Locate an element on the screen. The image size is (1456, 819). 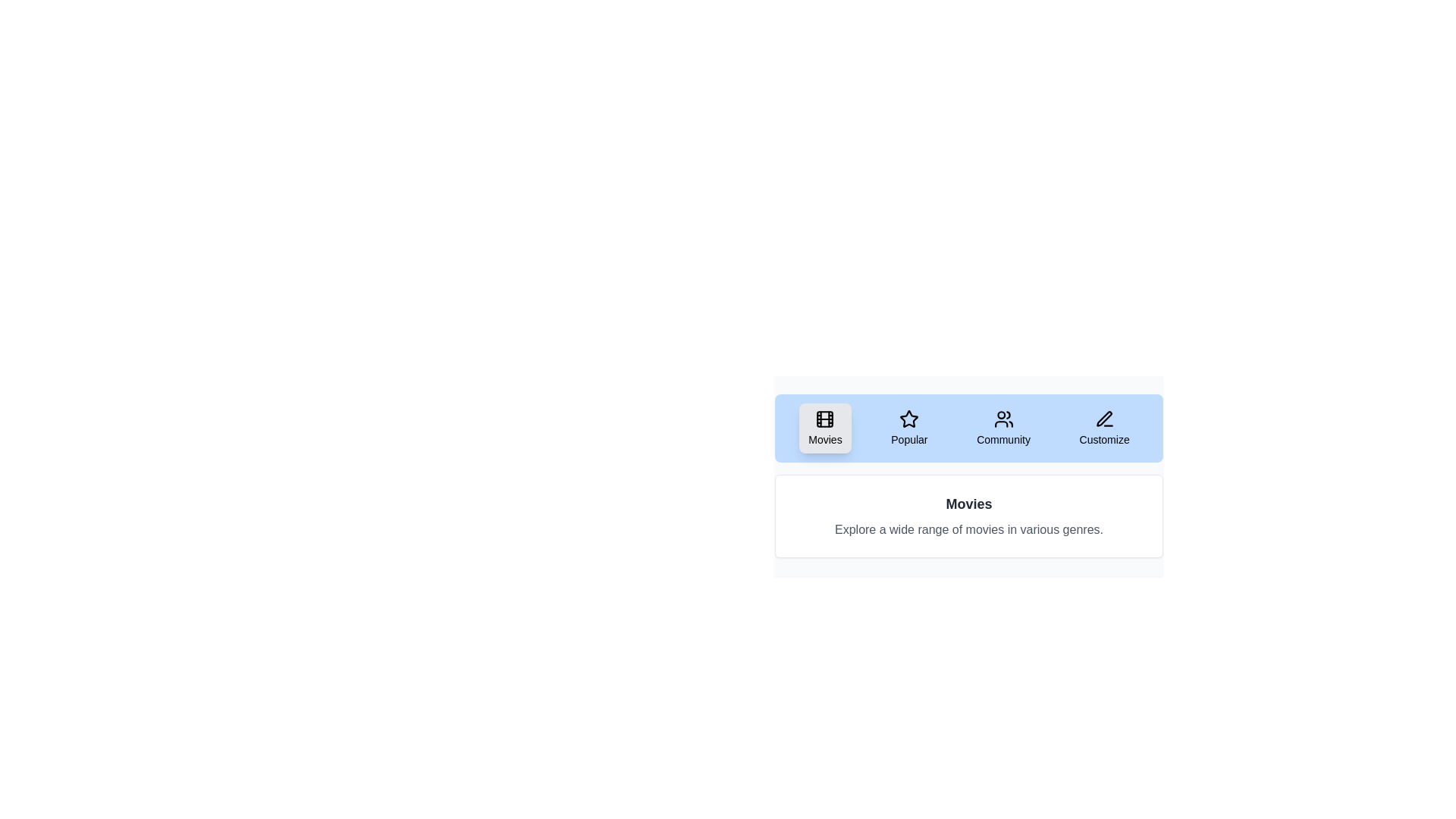
the Customize tab to observe its hover effect is located at coordinates (1104, 428).